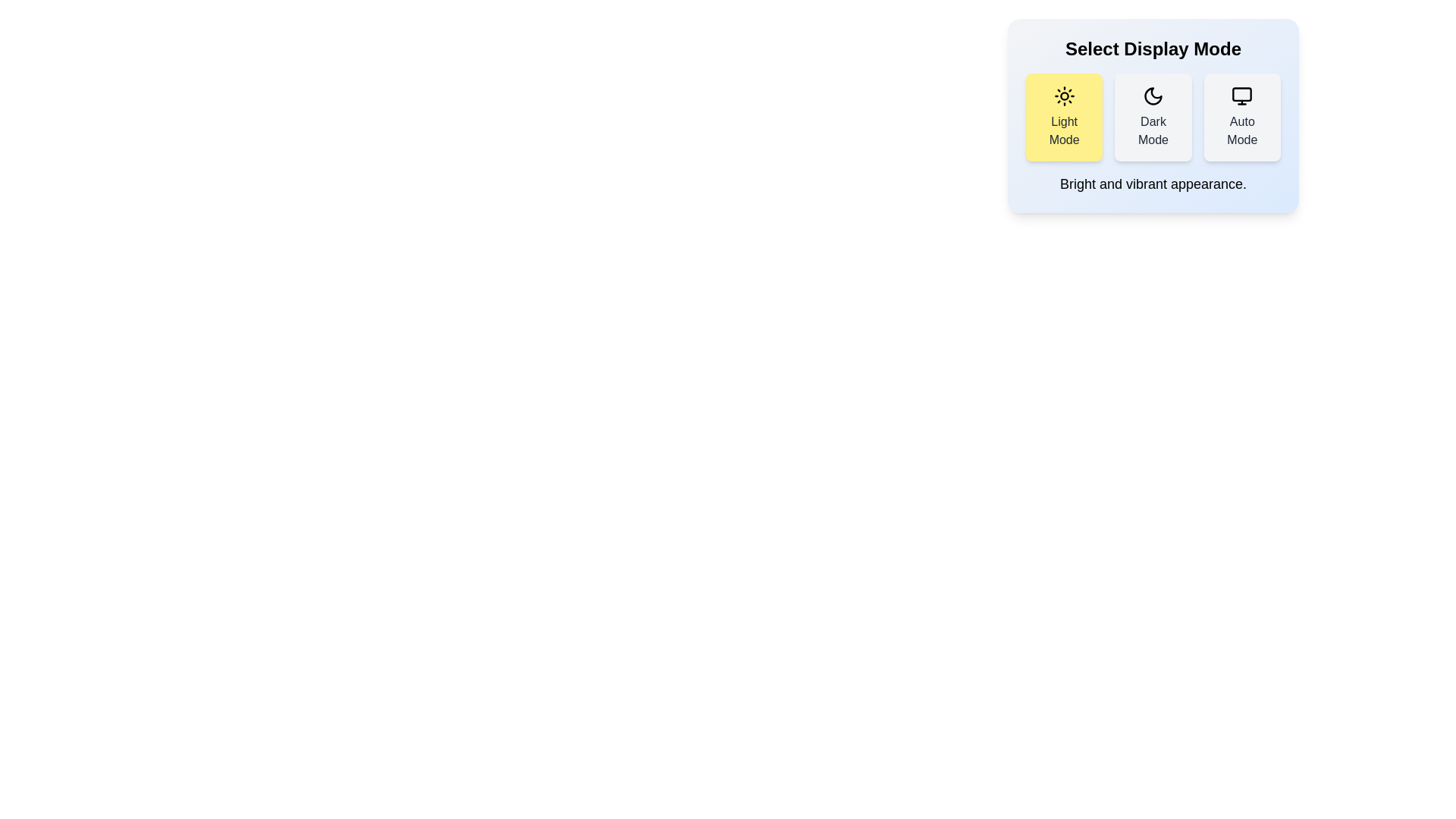  Describe the element at coordinates (1063, 116) in the screenshot. I see `the Light Mode button to view its hover effect` at that location.